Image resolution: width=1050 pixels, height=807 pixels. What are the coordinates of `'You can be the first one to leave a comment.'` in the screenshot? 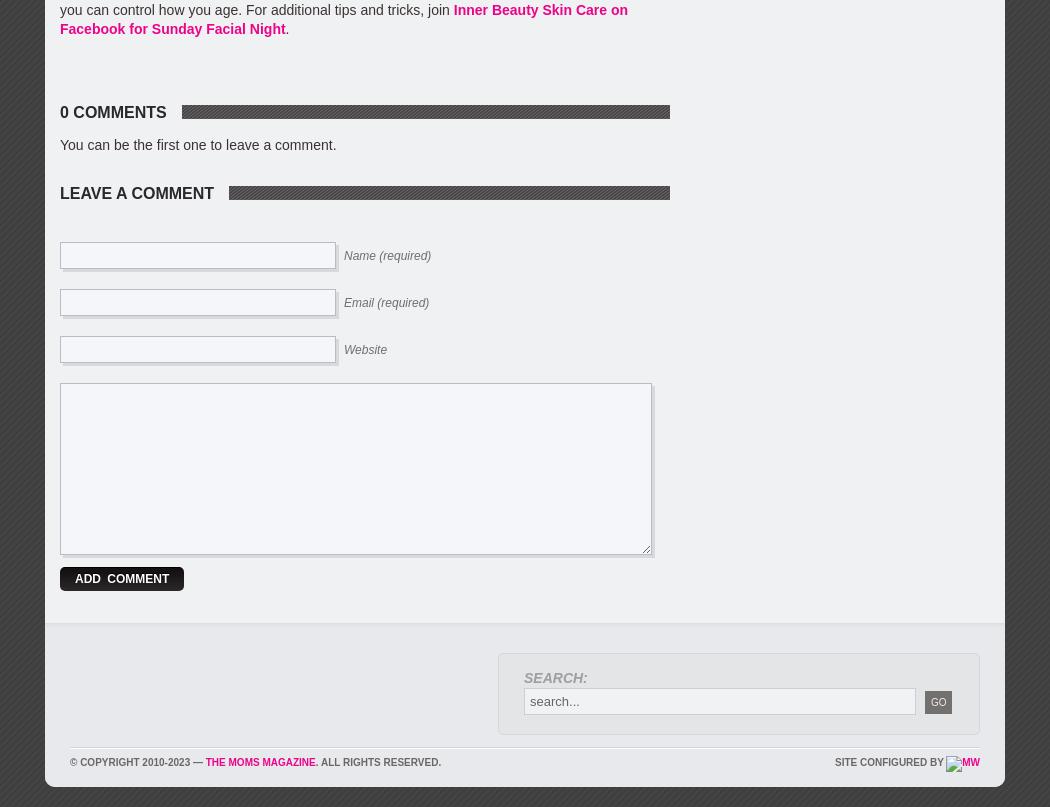 It's located at (197, 144).